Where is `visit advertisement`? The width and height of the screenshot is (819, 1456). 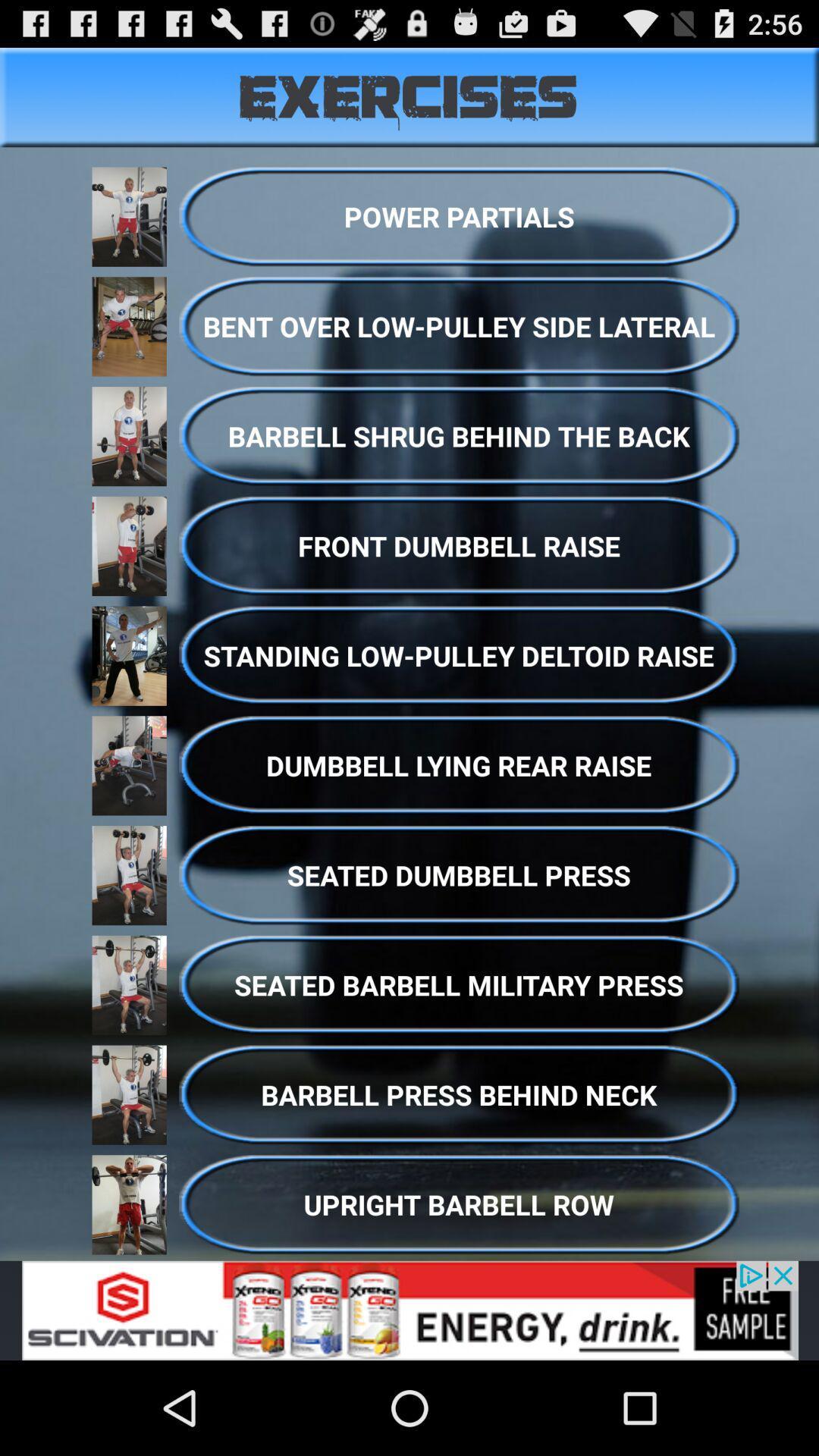 visit advertisement is located at coordinates (409, 1310).